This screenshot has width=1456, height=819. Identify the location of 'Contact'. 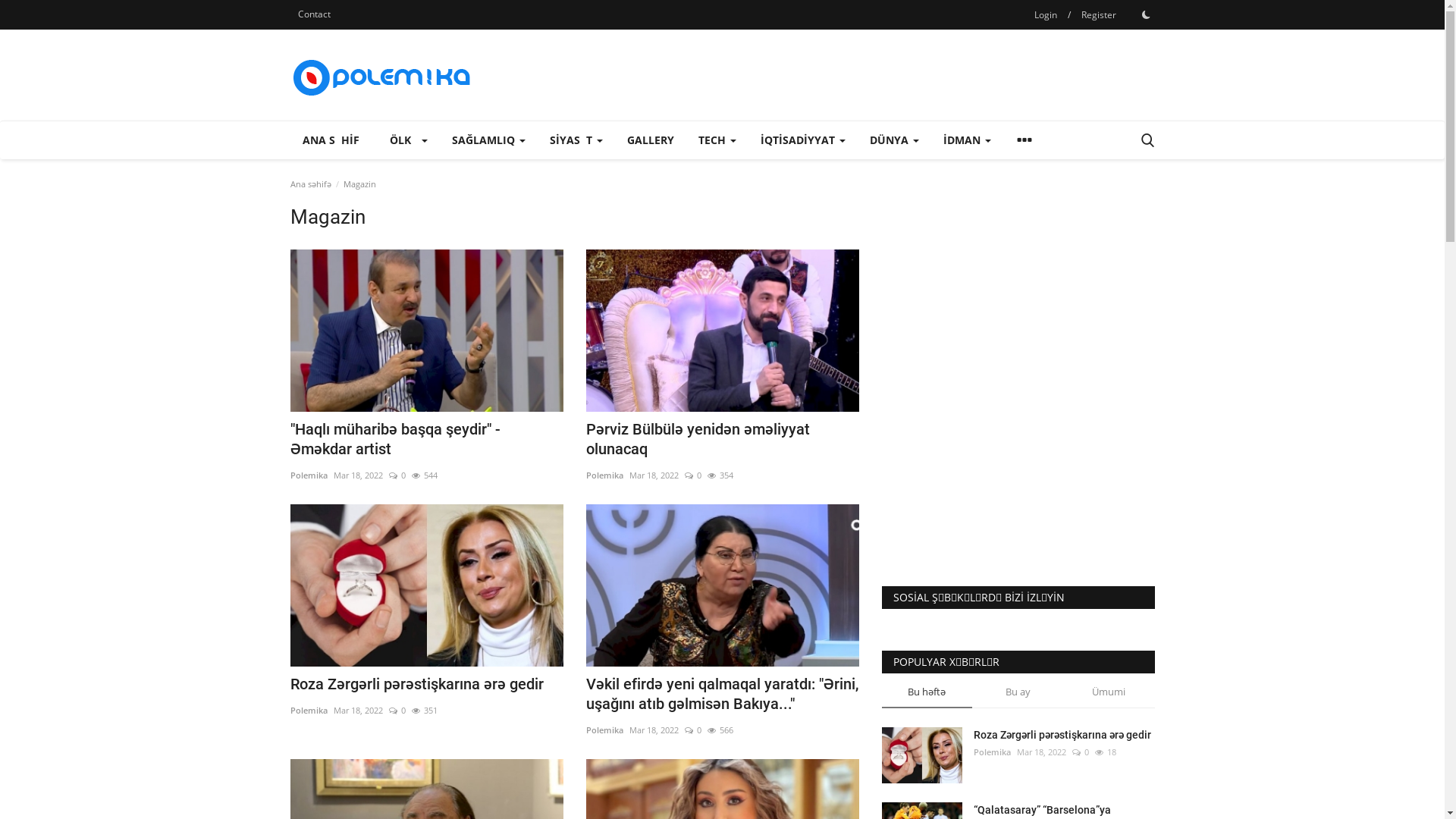
(312, 14).